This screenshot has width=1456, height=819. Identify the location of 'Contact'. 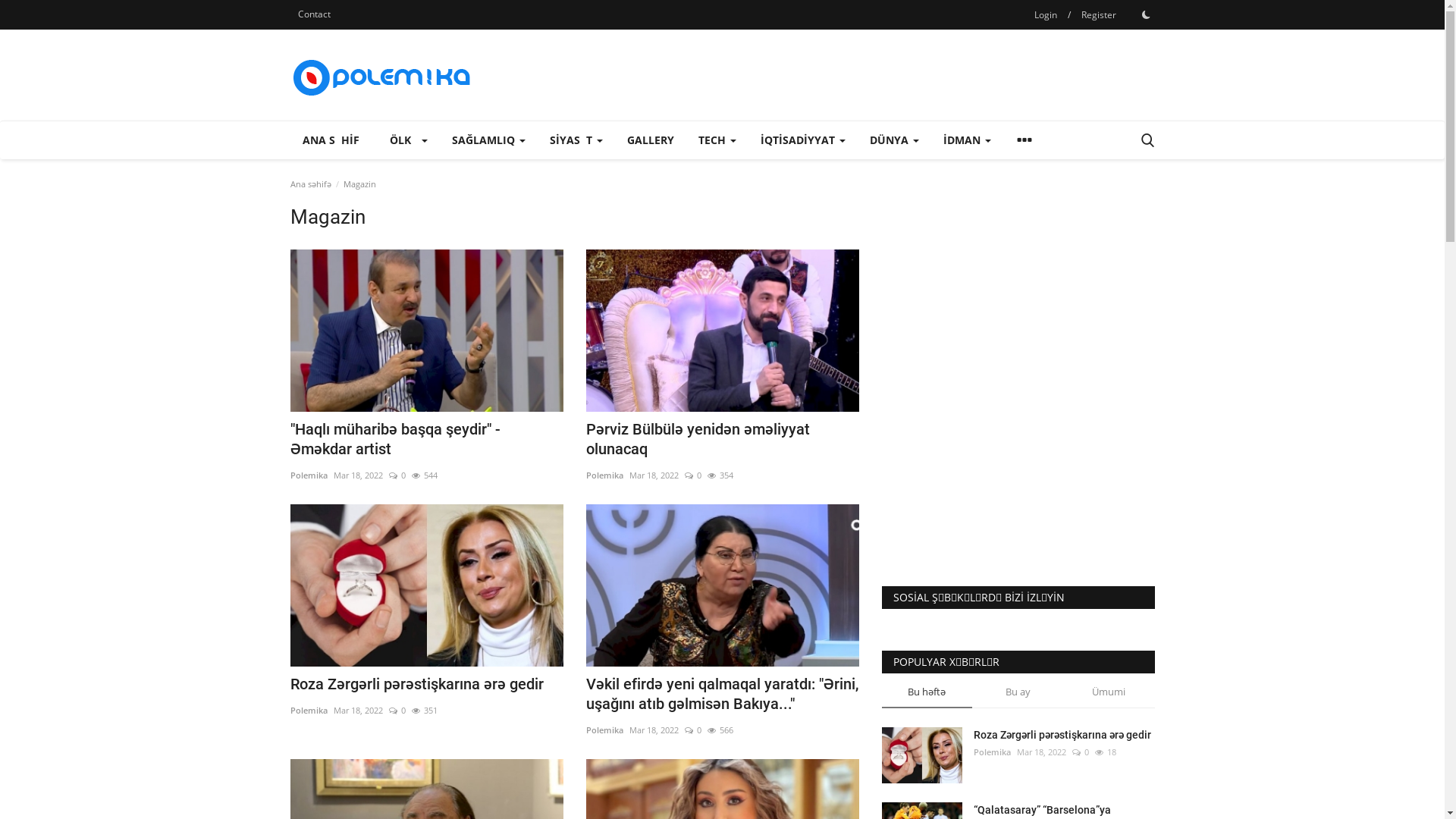
(312, 14).